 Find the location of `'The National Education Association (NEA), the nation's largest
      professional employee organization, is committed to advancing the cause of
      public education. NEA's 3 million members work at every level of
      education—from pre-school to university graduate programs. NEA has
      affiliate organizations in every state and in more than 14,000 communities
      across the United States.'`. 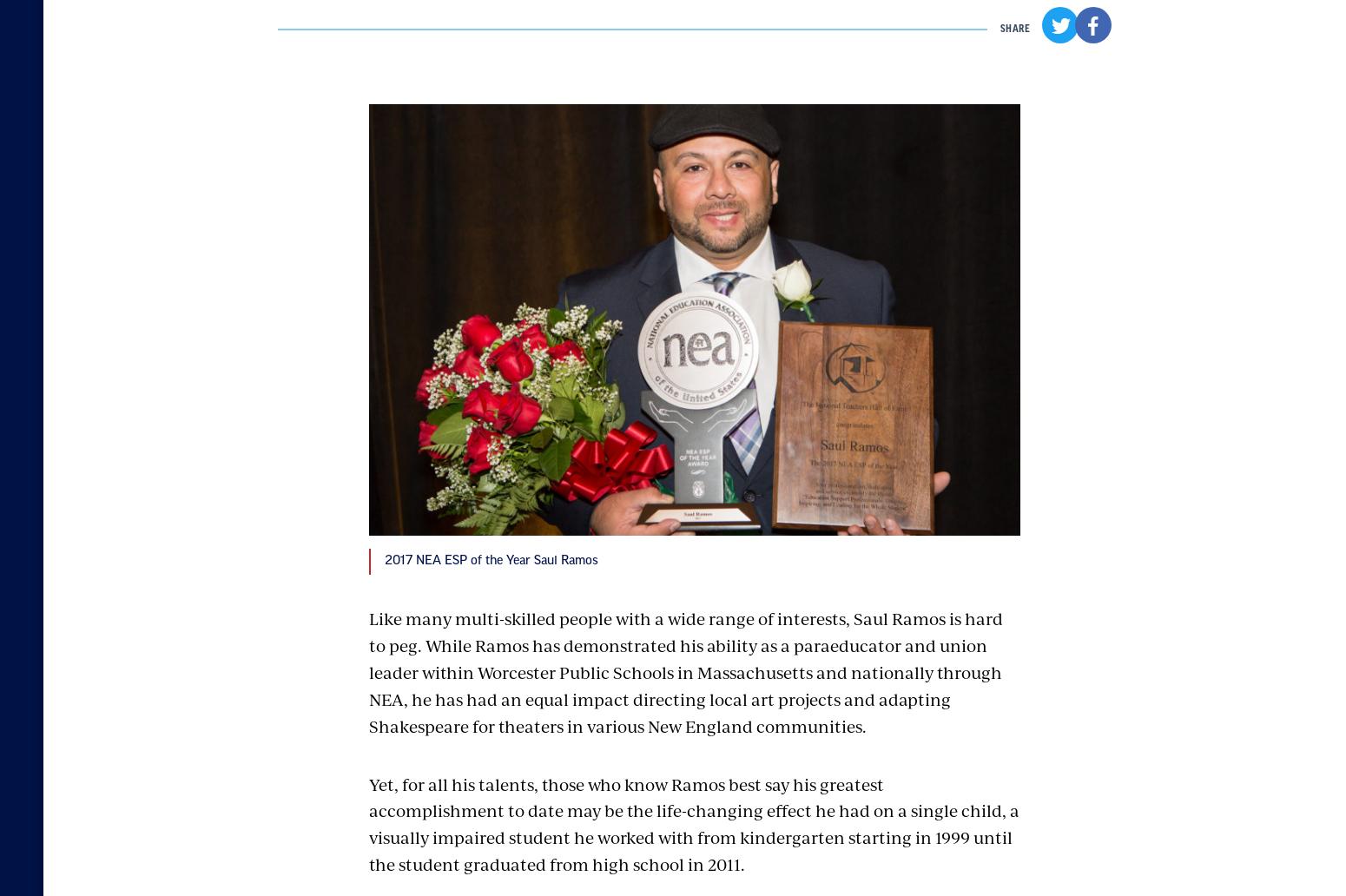

'The National Education Association (NEA), the nation's largest
      professional employee organization, is committed to advancing the cause of
      public education. NEA's 3 million members work at every level of
      education—from pre-school to university graduate programs. NEA has
      affiliate organizations in every state and in more than 14,000 communities
      across the United States.' is located at coordinates (848, 488).